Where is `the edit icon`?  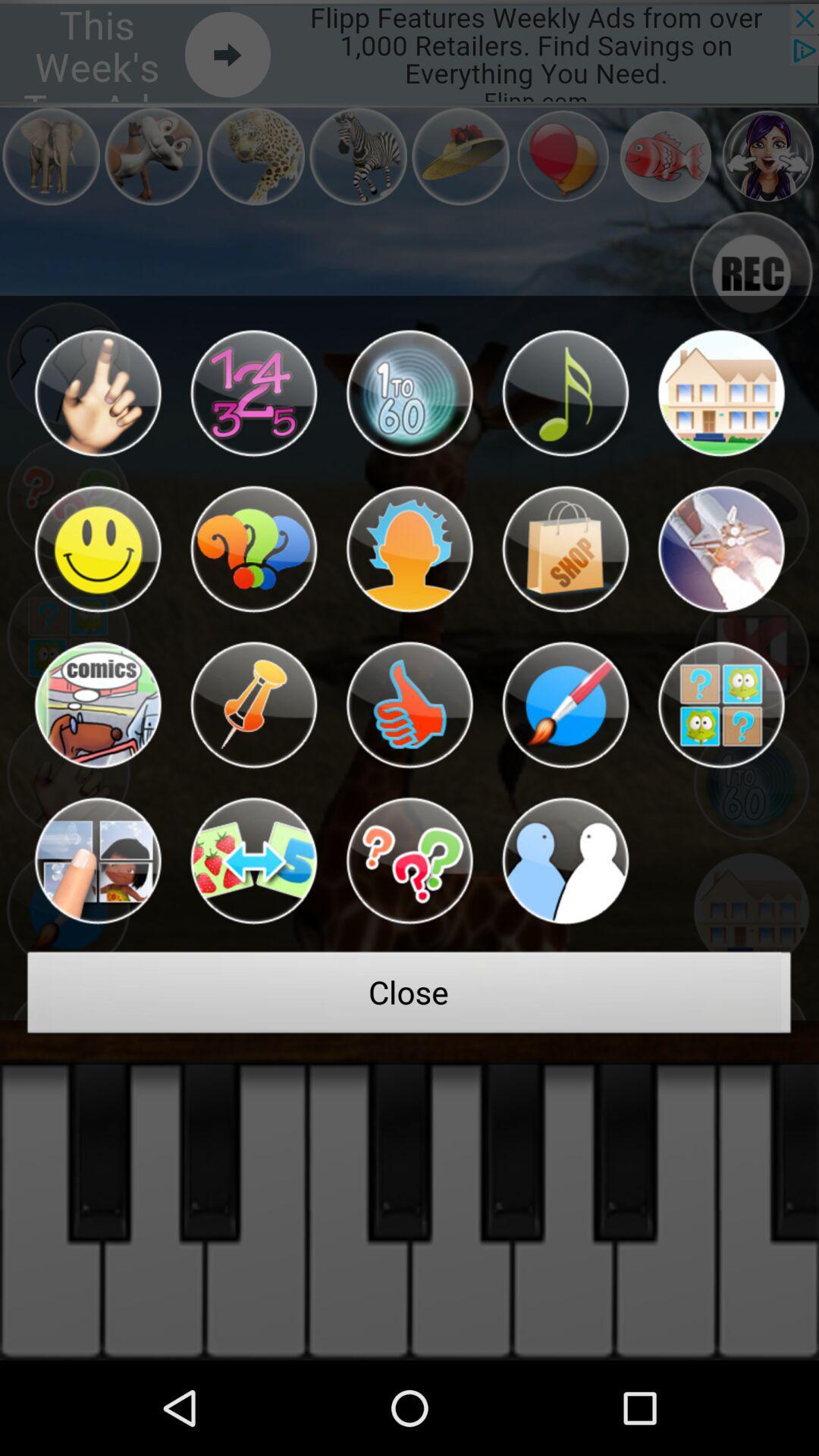
the edit icon is located at coordinates (565, 755).